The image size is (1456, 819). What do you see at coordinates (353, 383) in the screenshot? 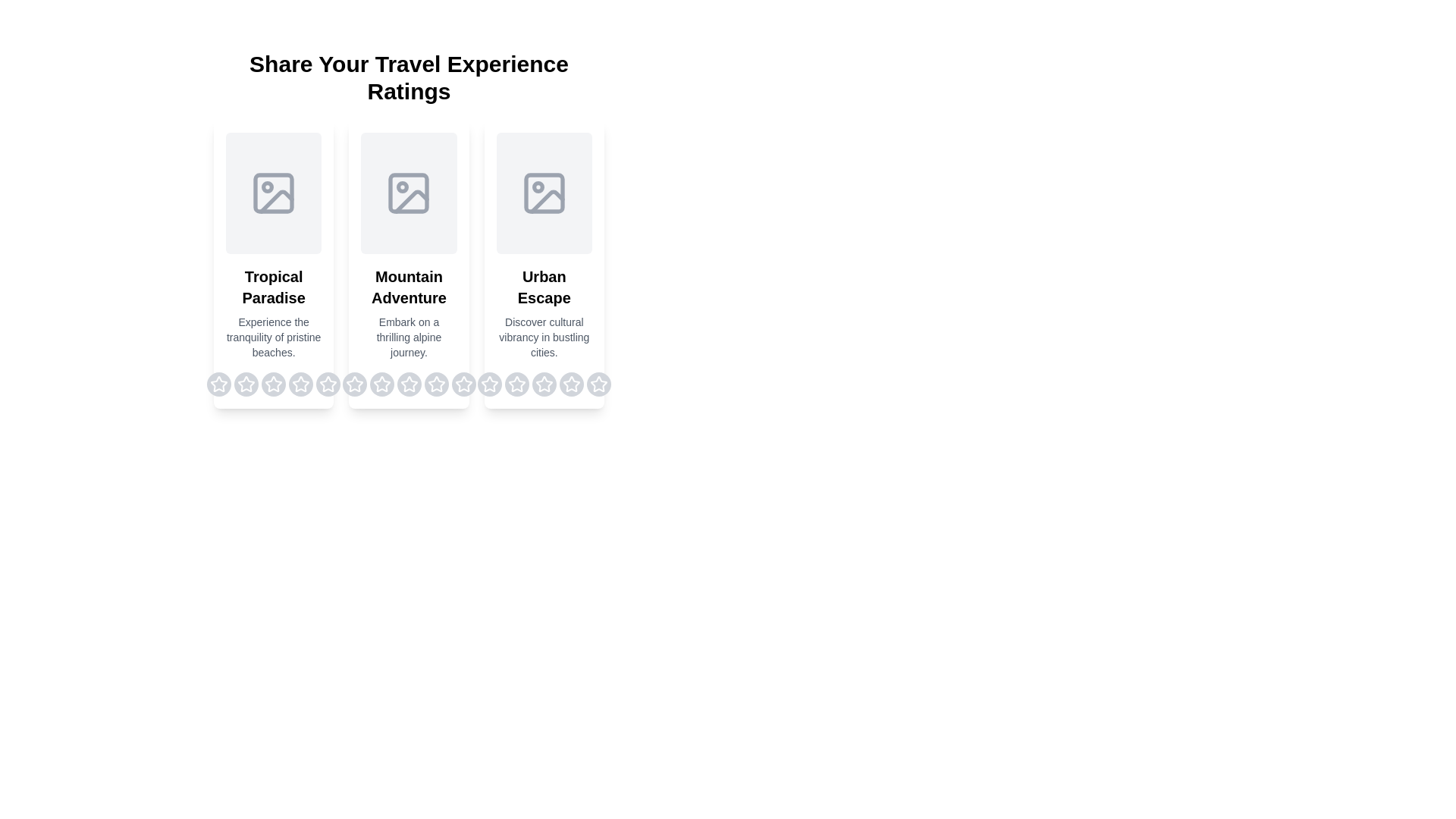
I see `the rating for a destination to 1 stars by clicking on the corresponding star for the destination Mountain Adventure` at bounding box center [353, 383].